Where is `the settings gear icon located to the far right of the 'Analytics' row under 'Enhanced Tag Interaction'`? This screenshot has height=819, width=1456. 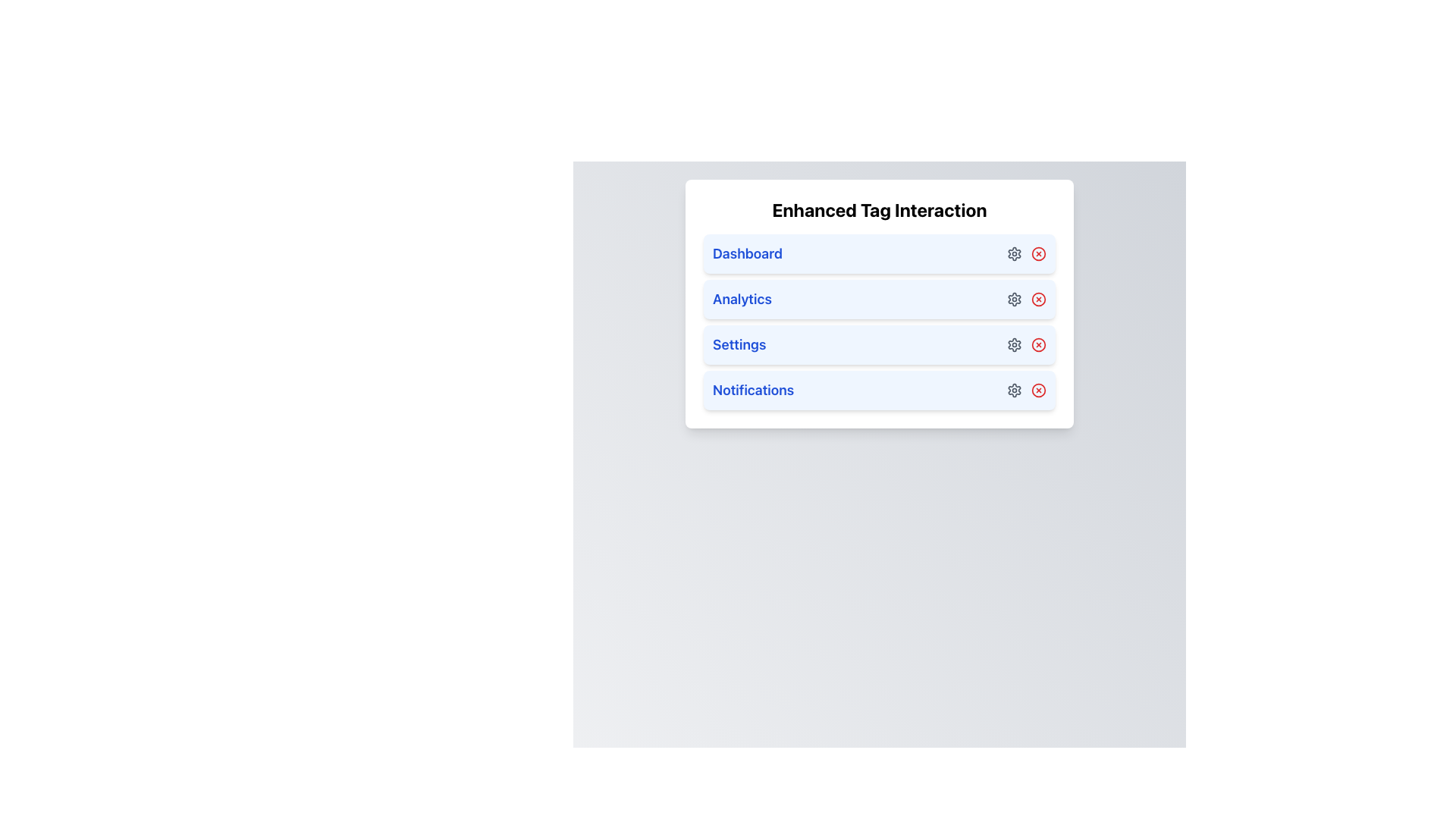
the settings gear icon located to the far right of the 'Analytics' row under 'Enhanced Tag Interaction' is located at coordinates (1026, 299).